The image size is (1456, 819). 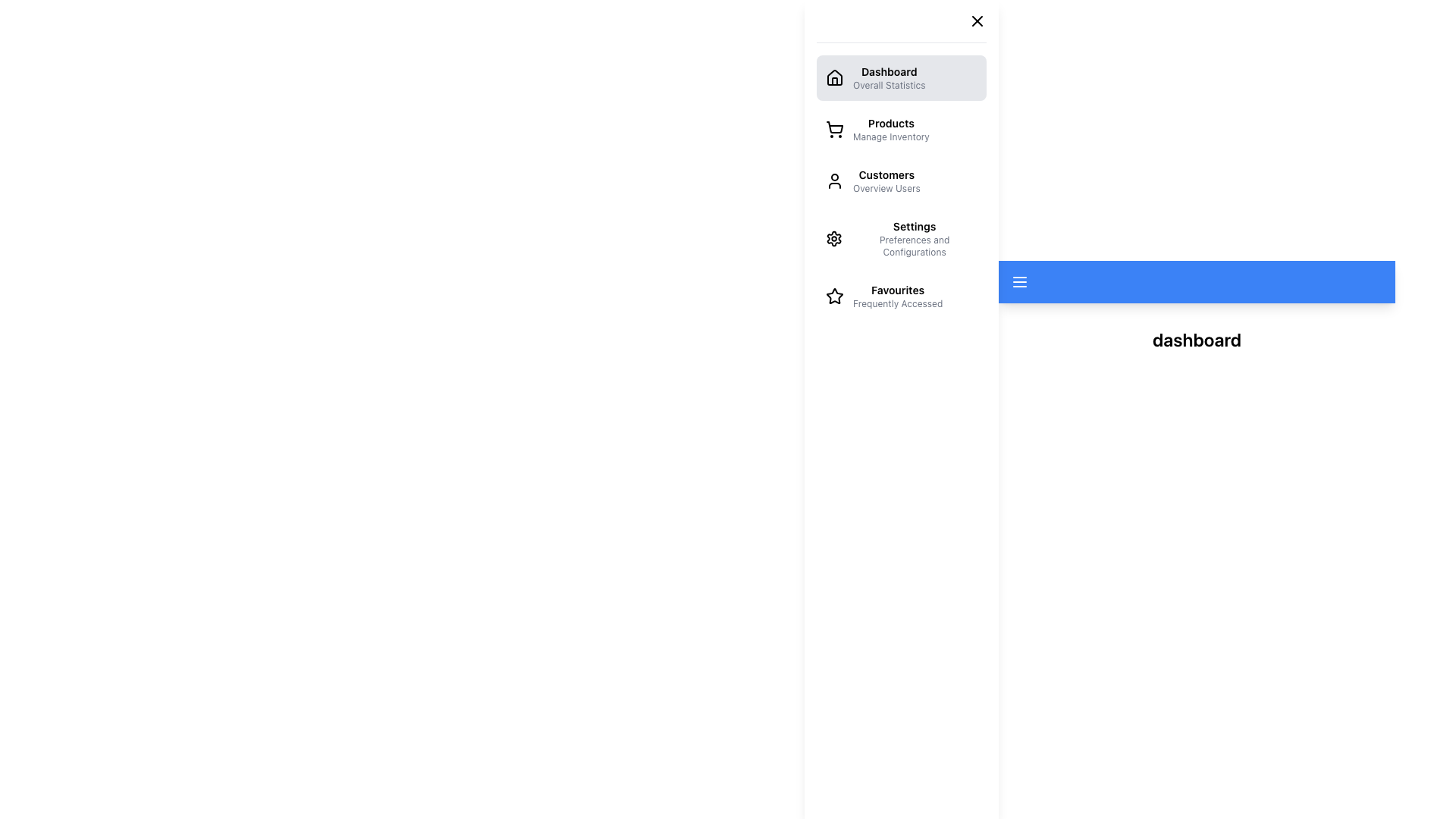 What do you see at coordinates (833, 180) in the screenshot?
I see `the 'Customers' icon in the sidebar menu, which is located directly before the text 'Customers Overview Users' and positioned between 'Products Manage Inventory' and 'Settings Preferences and Configurations'` at bounding box center [833, 180].